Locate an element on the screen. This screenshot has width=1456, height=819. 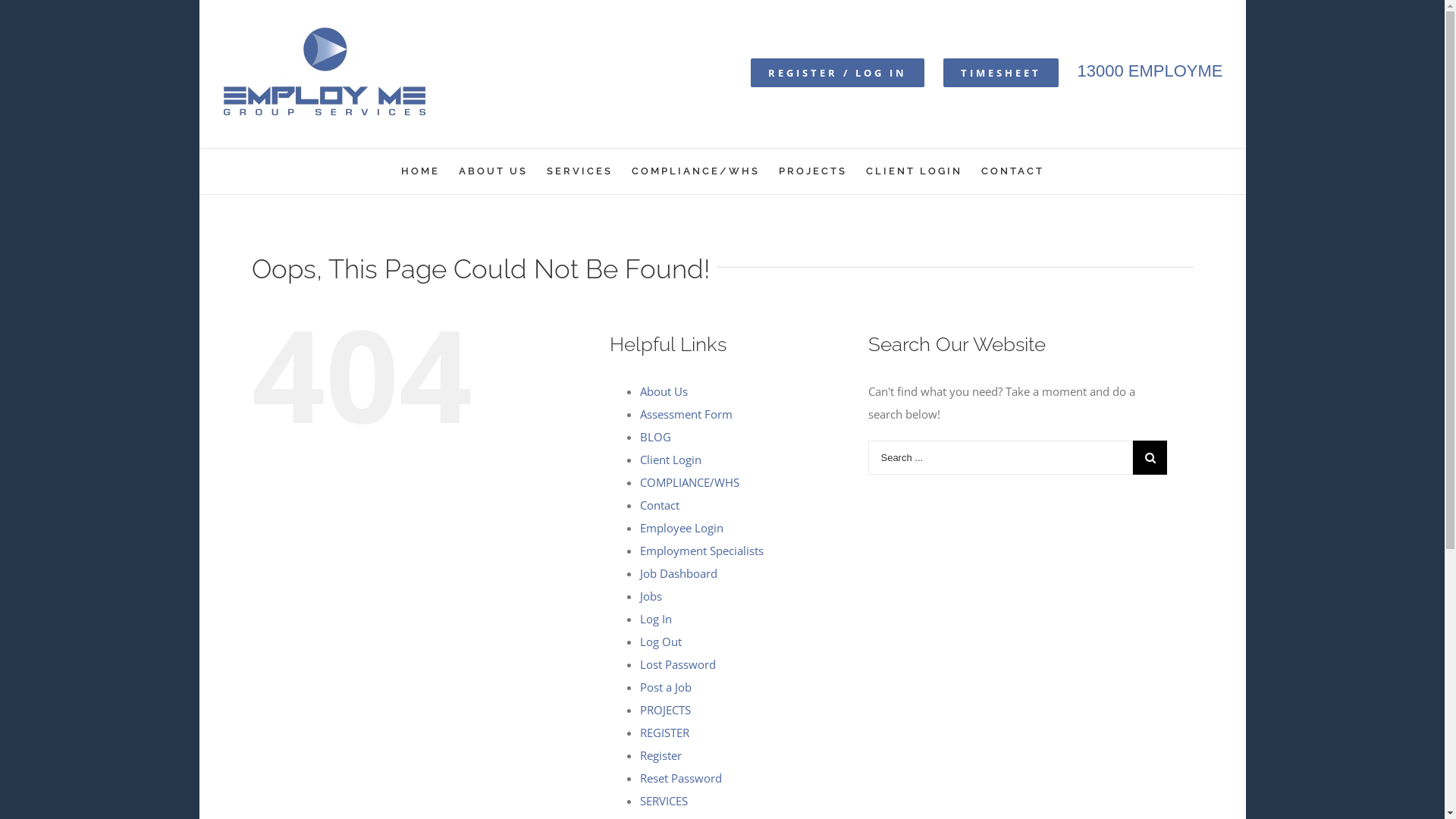
'Jobs' is located at coordinates (640, 595).